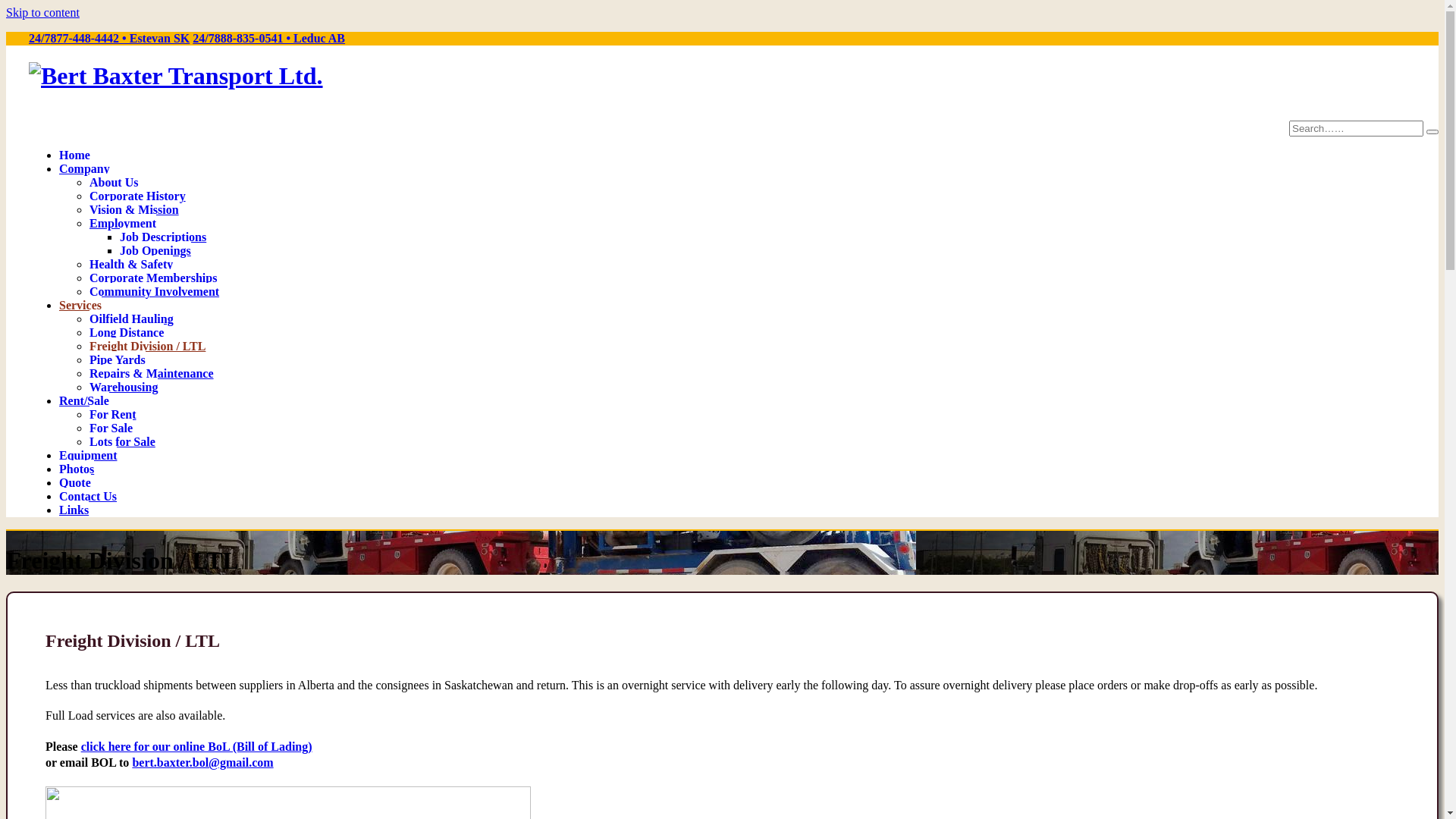  What do you see at coordinates (89, 385) in the screenshot?
I see `'Warehousing'` at bounding box center [89, 385].